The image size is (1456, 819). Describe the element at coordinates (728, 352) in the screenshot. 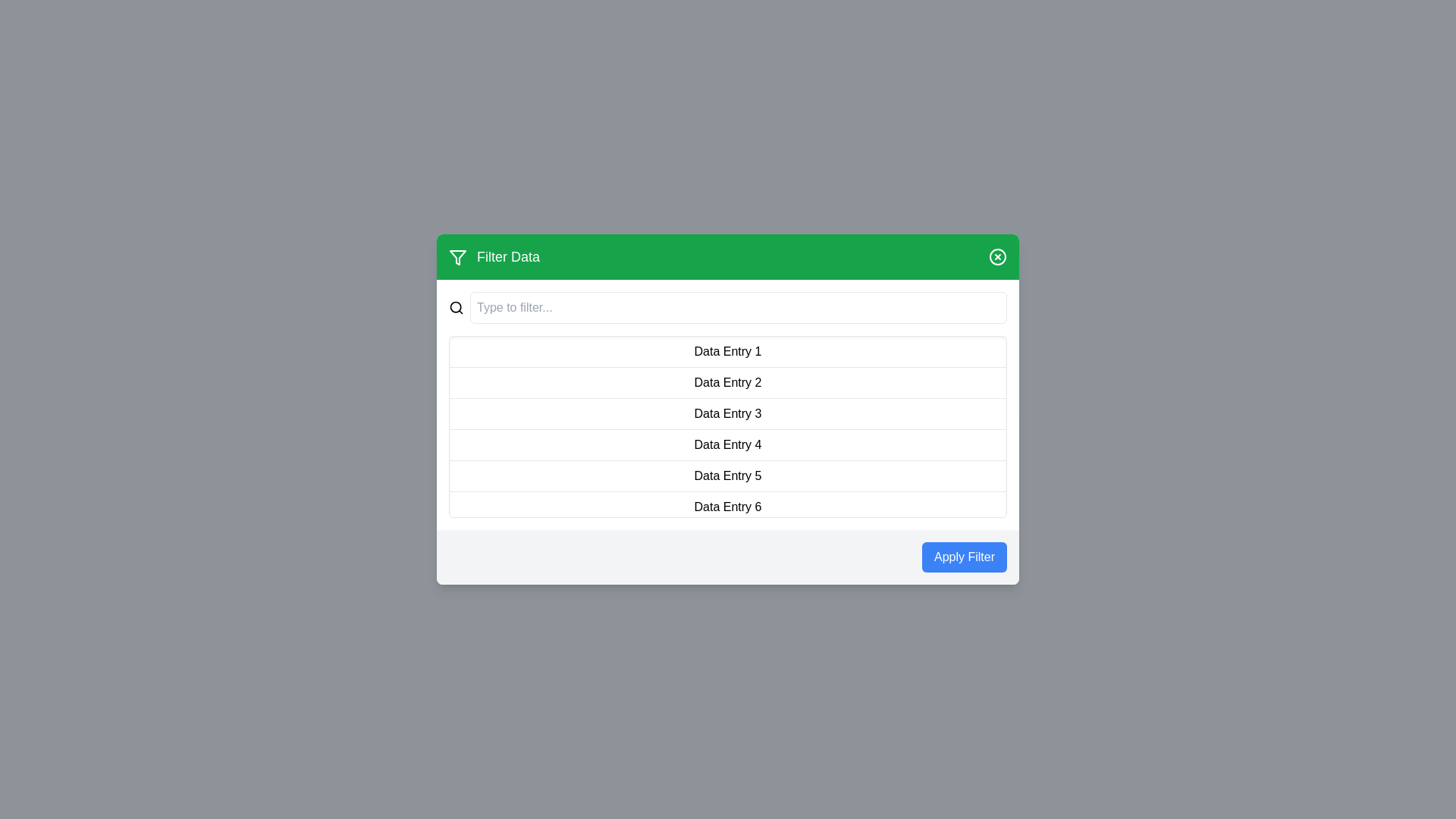

I see `the item Data Entry 1 from the filtered data list` at that location.